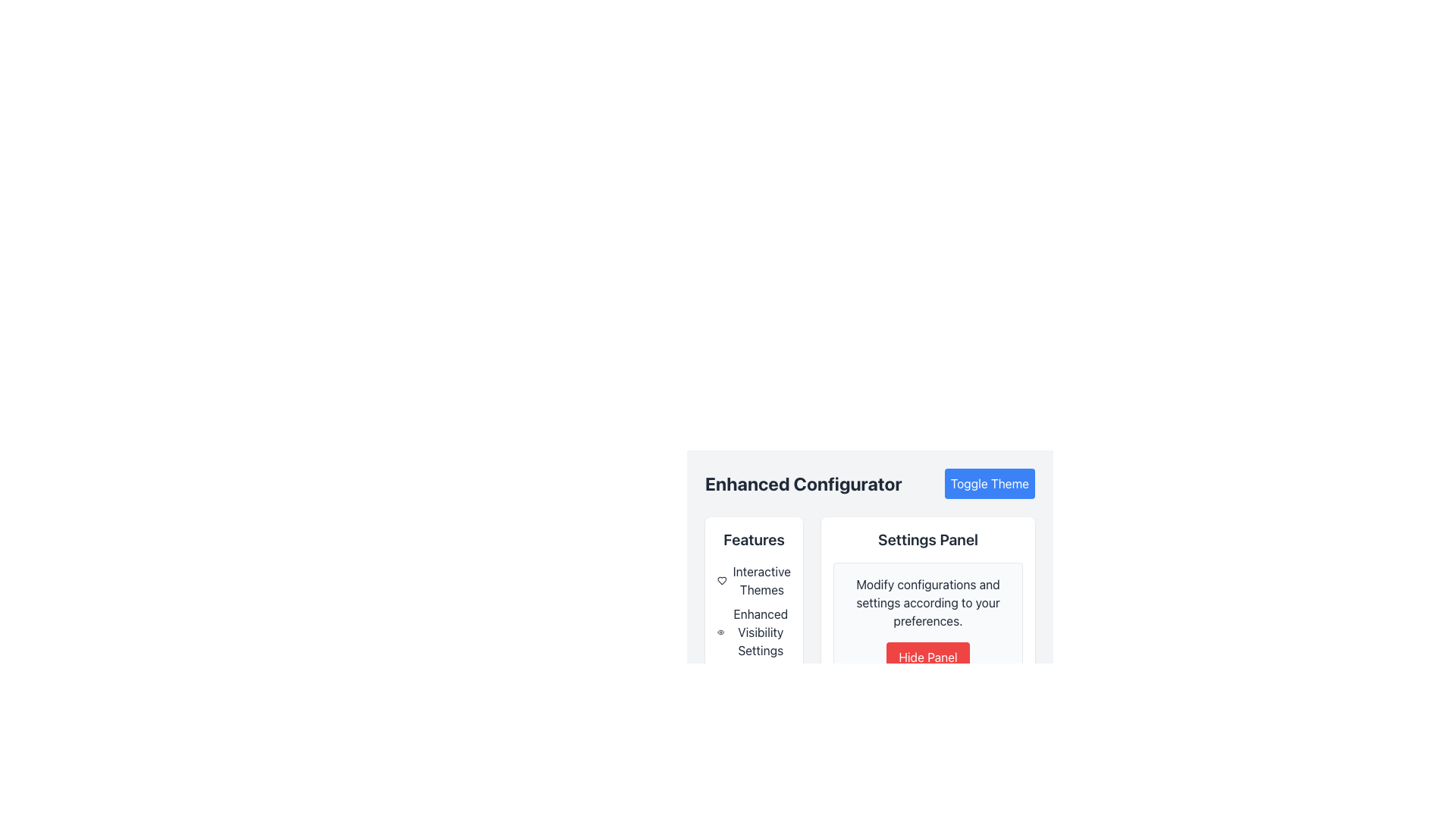 The image size is (1456, 819). What do you see at coordinates (927, 601) in the screenshot?
I see `informational content provided by the Text Label located at the top of the settings panel, above the red button labeled 'Hide Panel'` at bounding box center [927, 601].